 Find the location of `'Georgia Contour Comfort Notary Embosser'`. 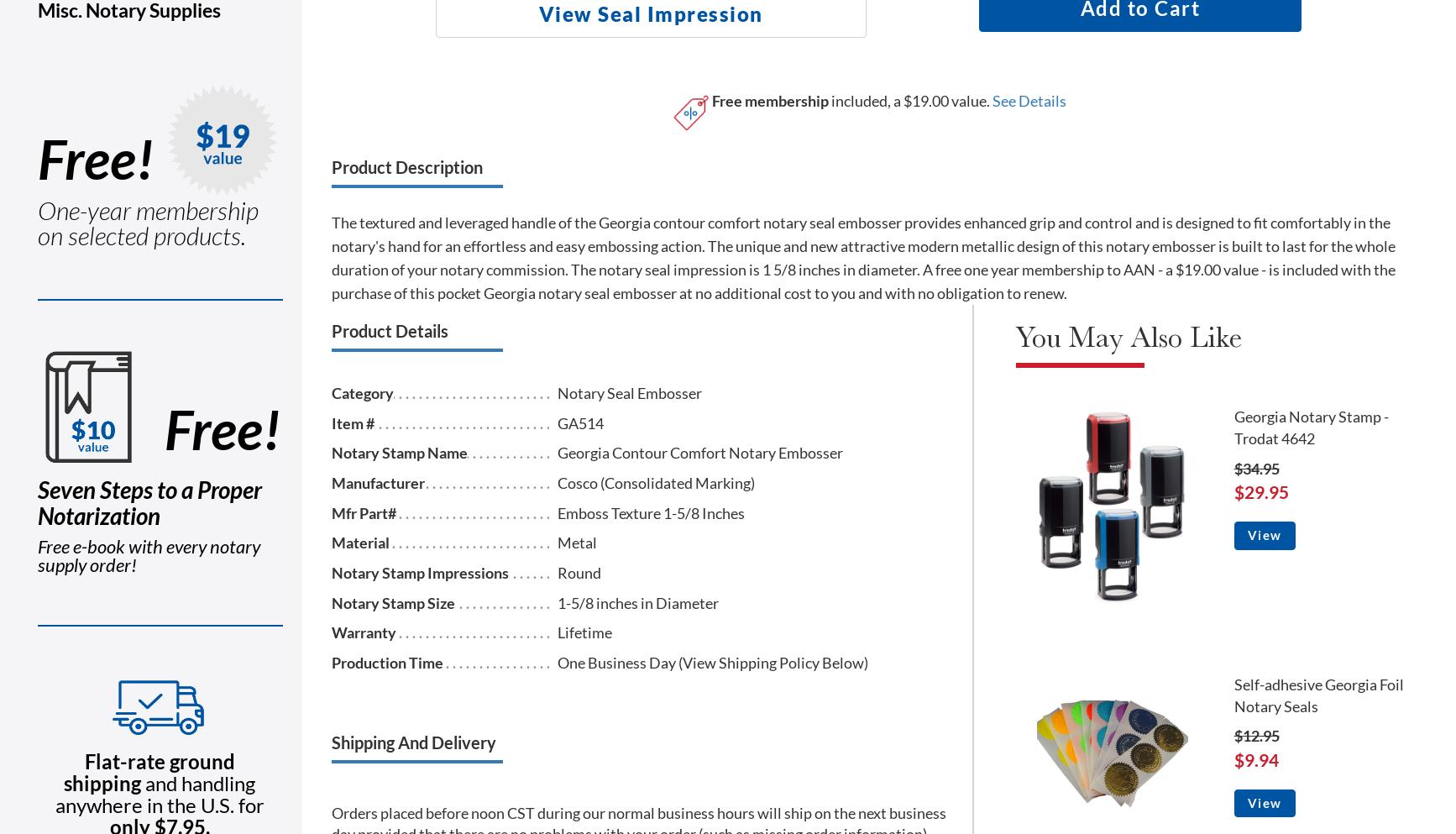

'Georgia Contour Comfort Notary Embosser' is located at coordinates (699, 452).